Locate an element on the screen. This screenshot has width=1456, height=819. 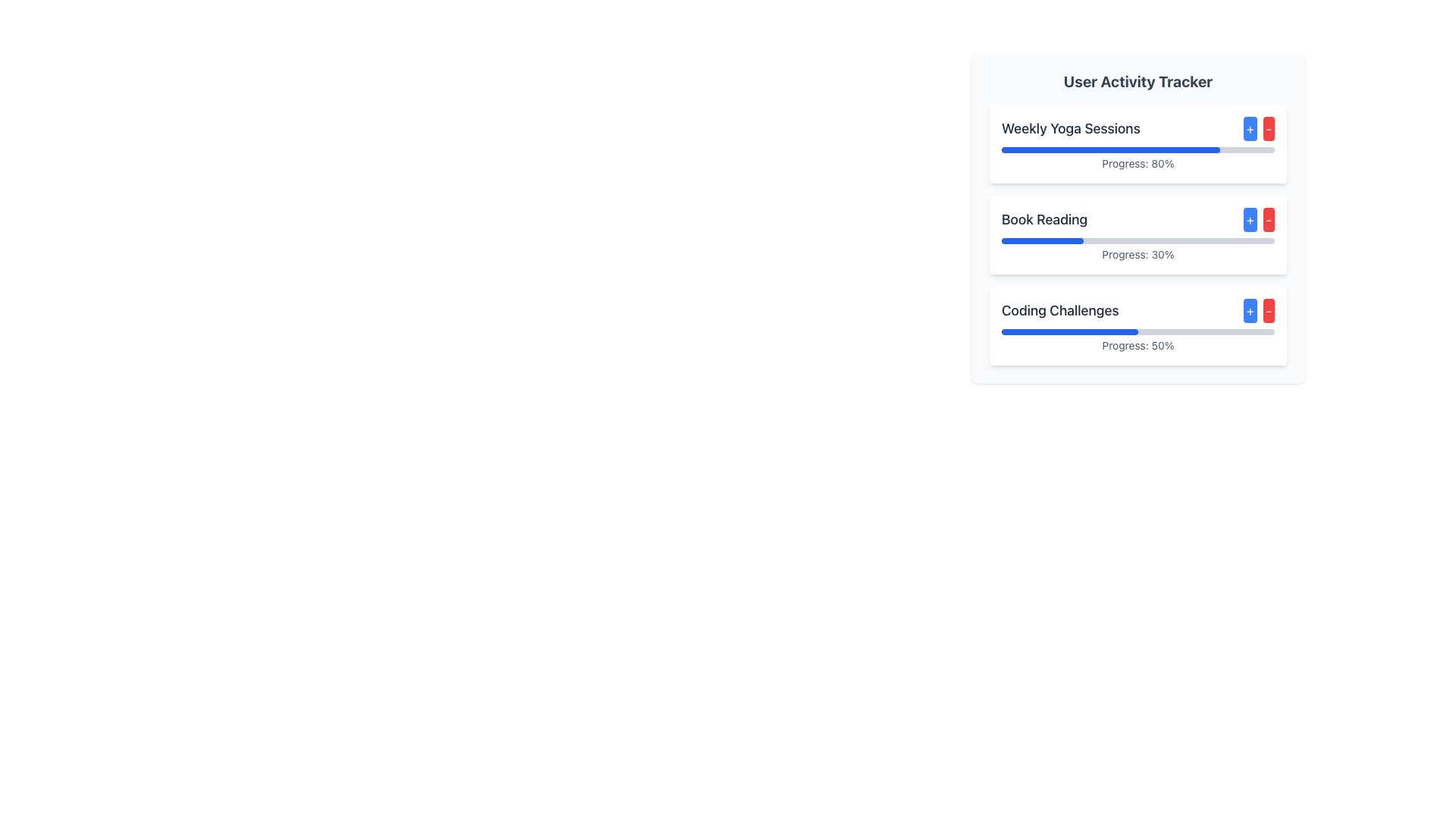
the horizontal progress bar representing 80% completion located below the 'Weekly Yoga Sessions' title and above the text 'Progress: 80%' is located at coordinates (1138, 149).